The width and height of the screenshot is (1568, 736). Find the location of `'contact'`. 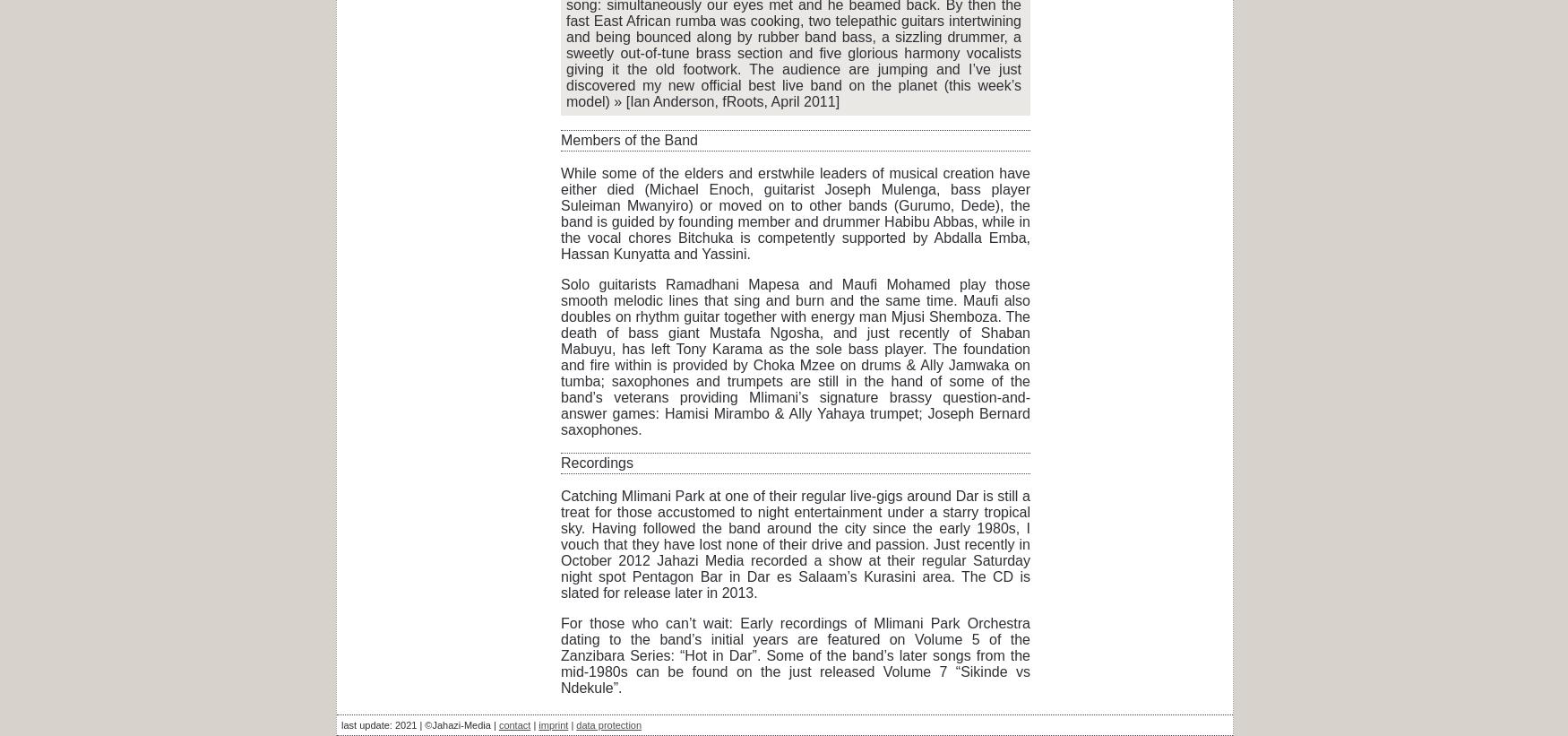

'contact' is located at coordinates (514, 725).